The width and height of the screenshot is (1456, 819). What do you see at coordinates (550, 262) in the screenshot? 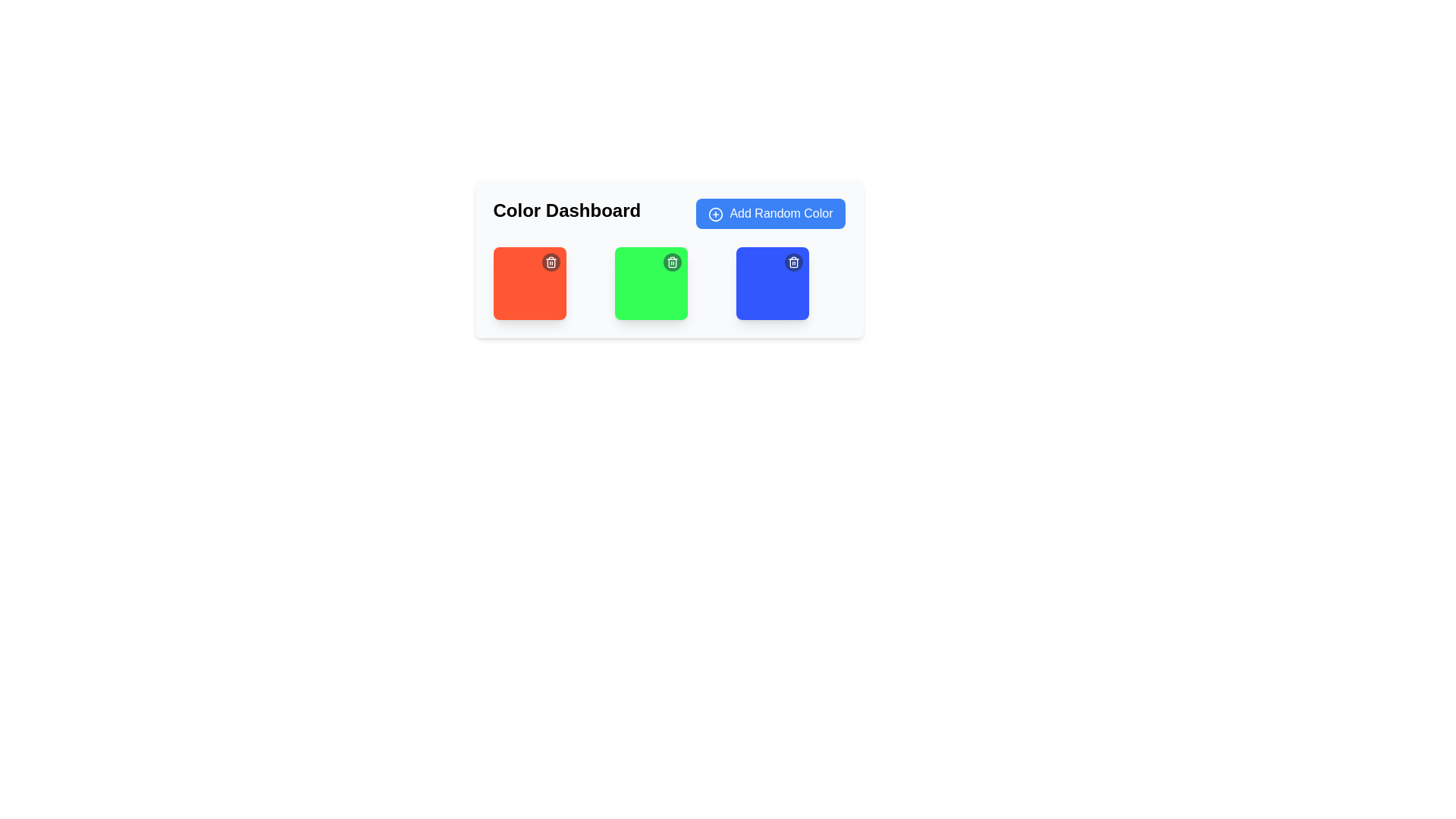
I see `second graphical component of the trash can icon in developer tools` at bounding box center [550, 262].